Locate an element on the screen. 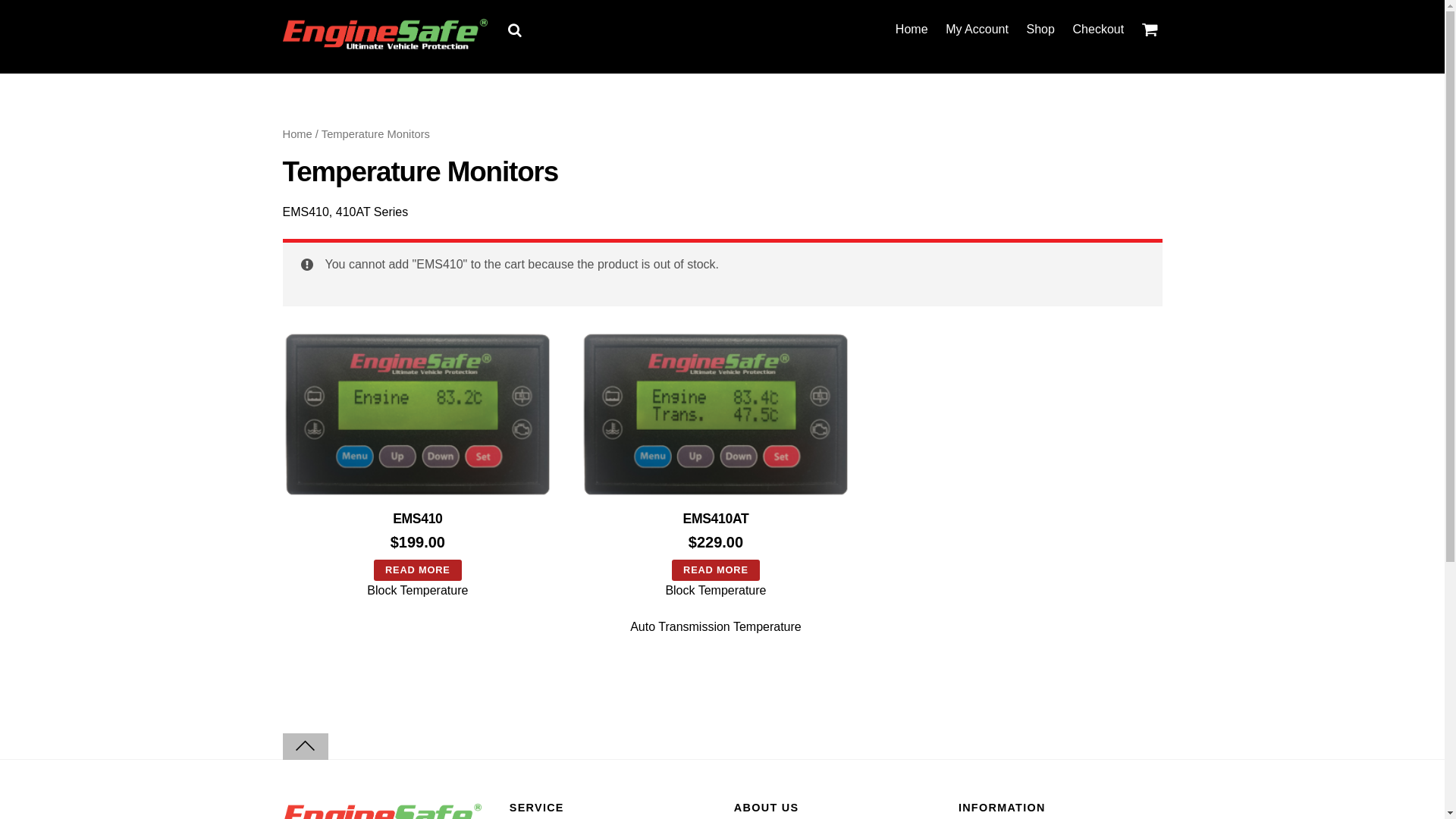 Image resolution: width=1456 pixels, height=819 pixels. 'EngineSafe' is located at coordinates (384, 33).